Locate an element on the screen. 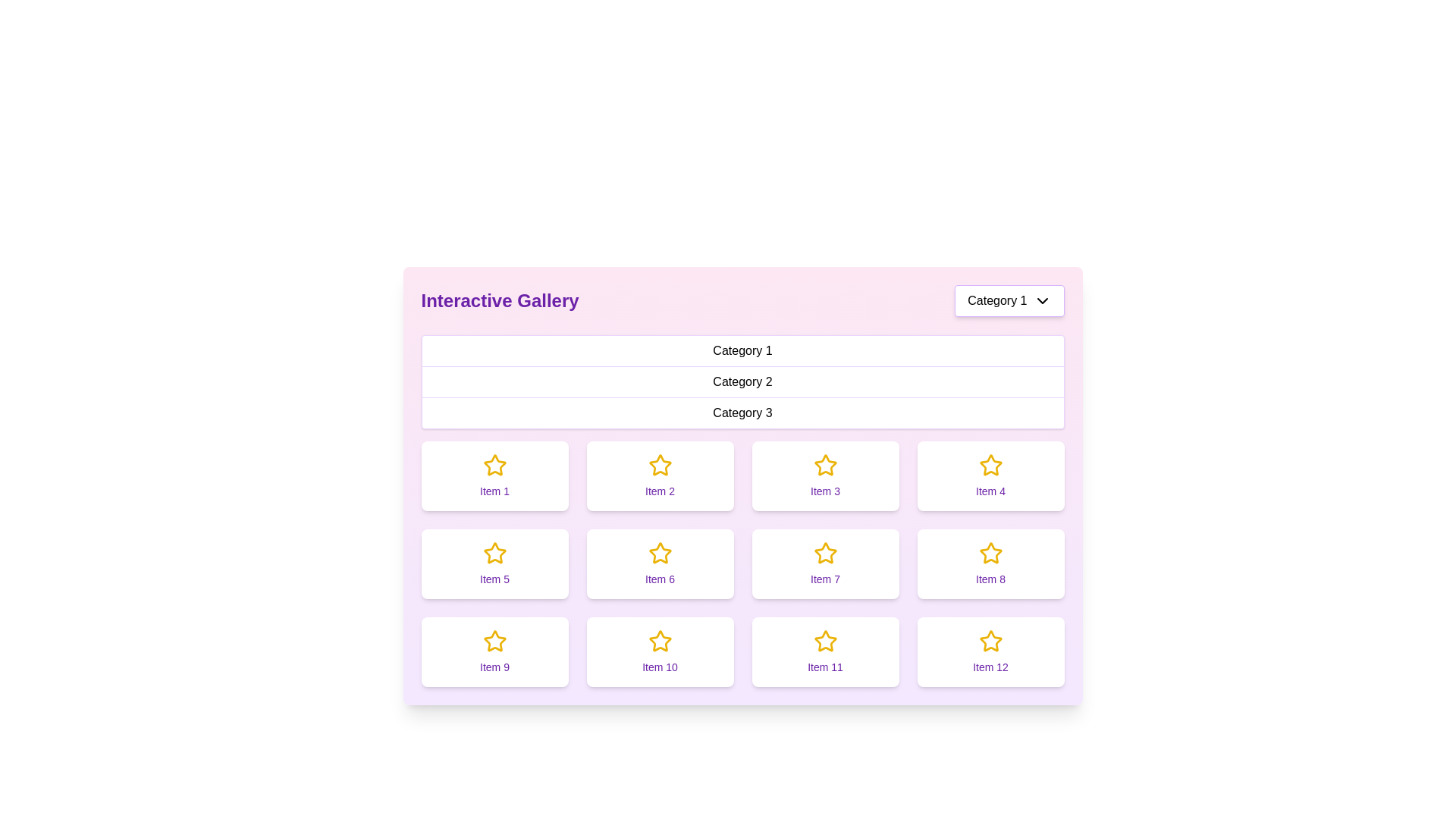  the star icon labeled 'Item 3', located in the third position of the first row in a 4x3 grid layout, as part of a gesture is located at coordinates (824, 464).